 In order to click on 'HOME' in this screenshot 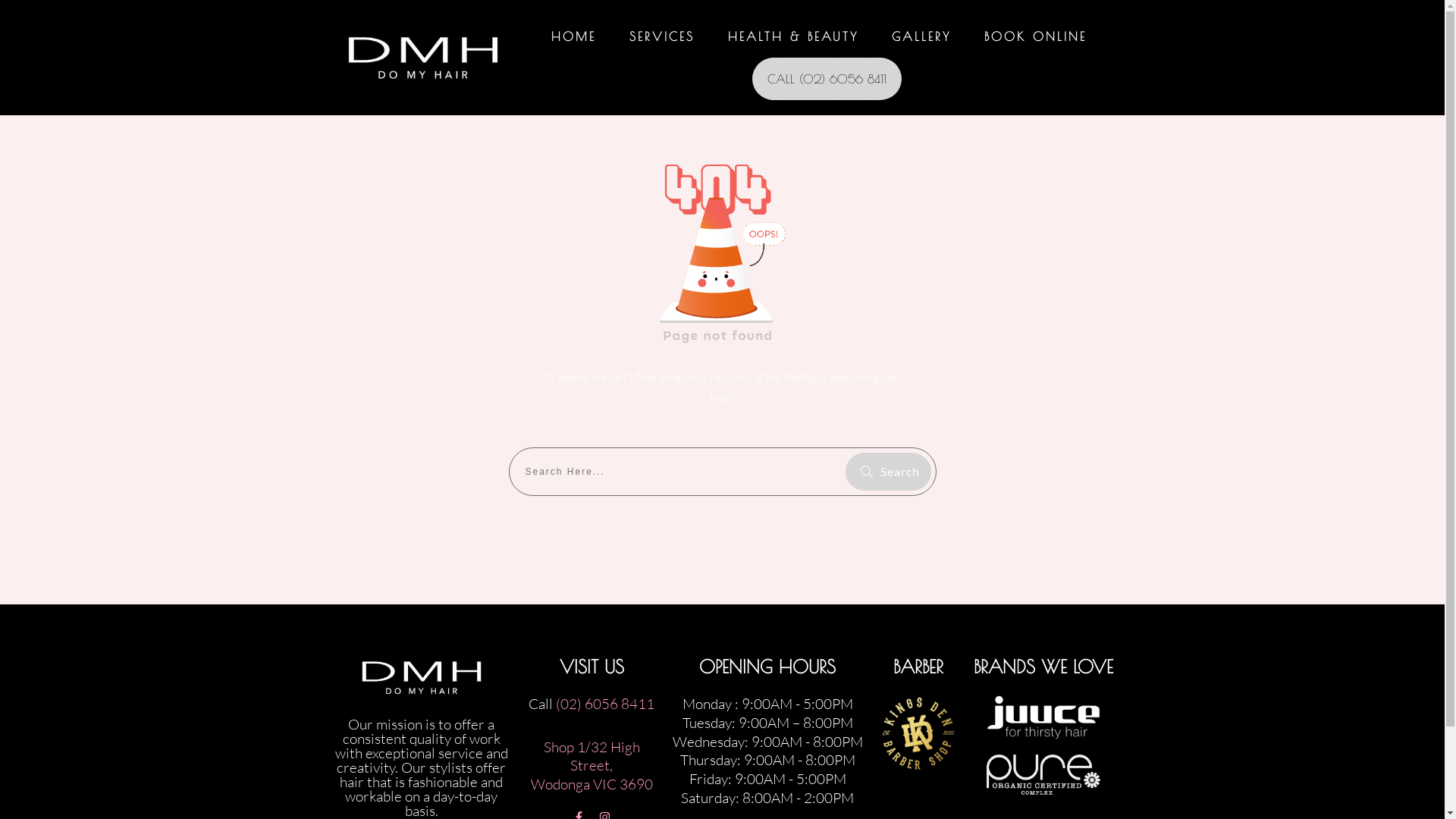, I will do `click(573, 35)`.